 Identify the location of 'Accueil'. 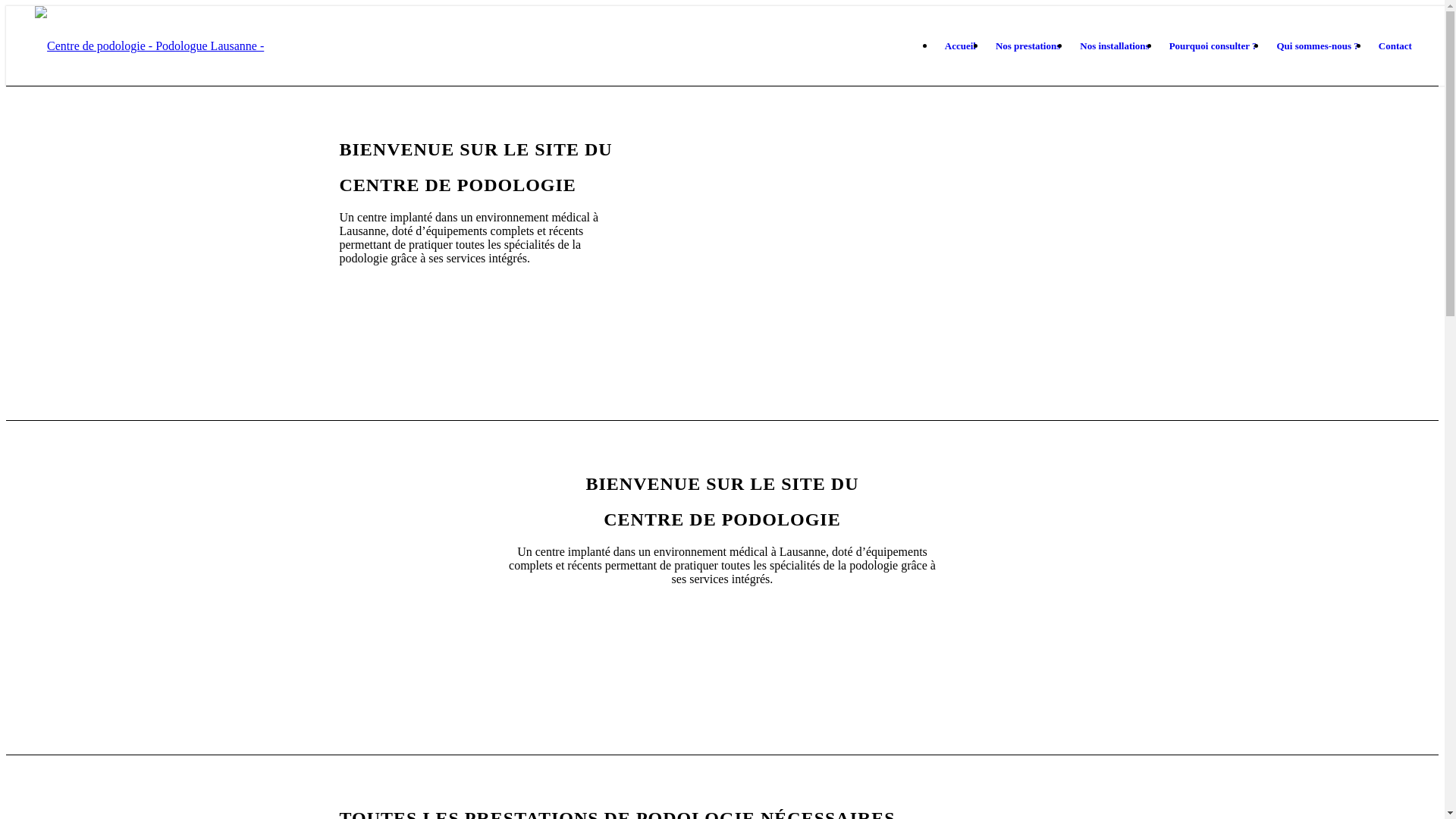
(959, 45).